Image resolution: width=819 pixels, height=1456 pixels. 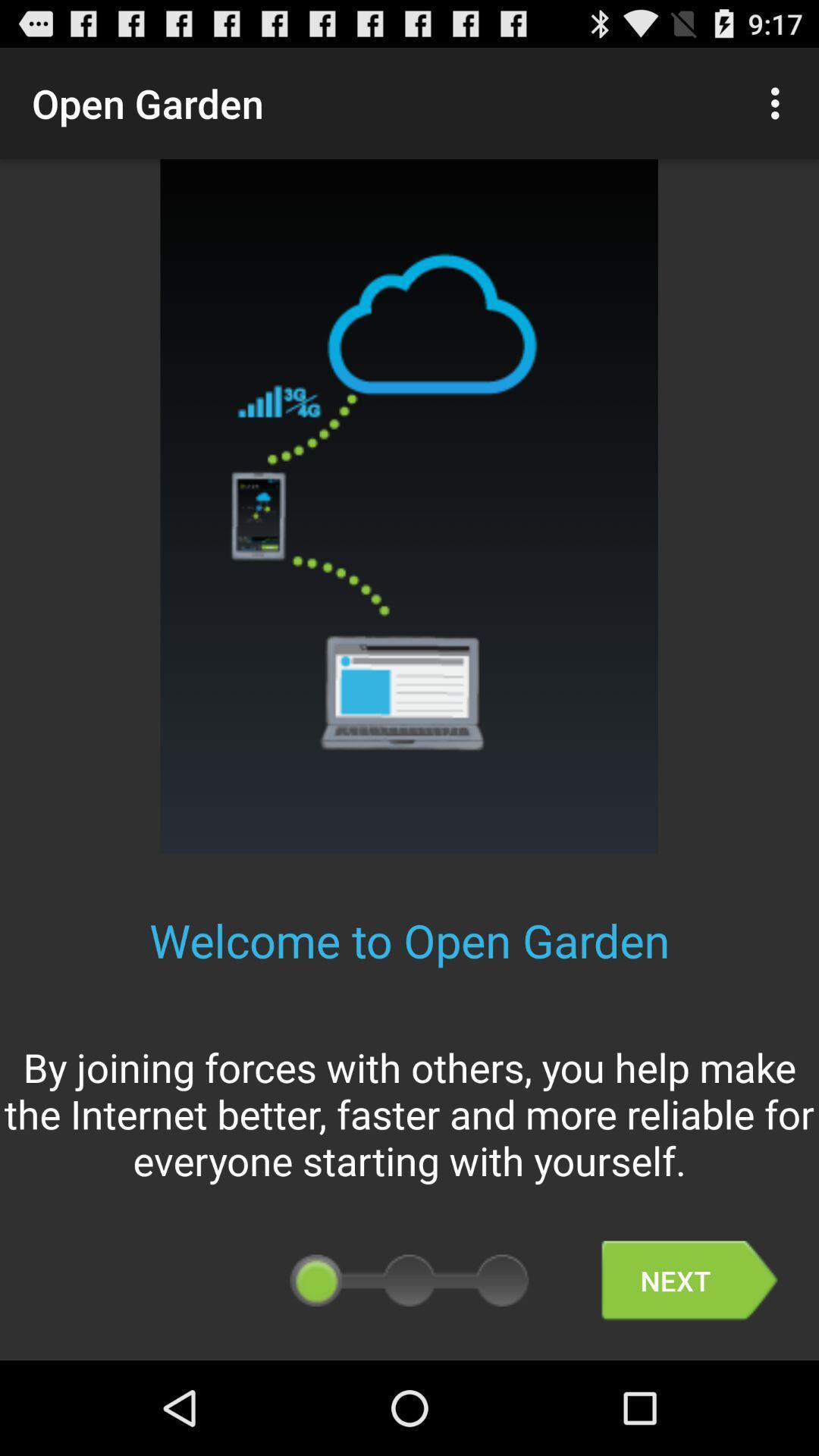 What do you see at coordinates (779, 102) in the screenshot?
I see `the icon above the welcome to open` at bounding box center [779, 102].